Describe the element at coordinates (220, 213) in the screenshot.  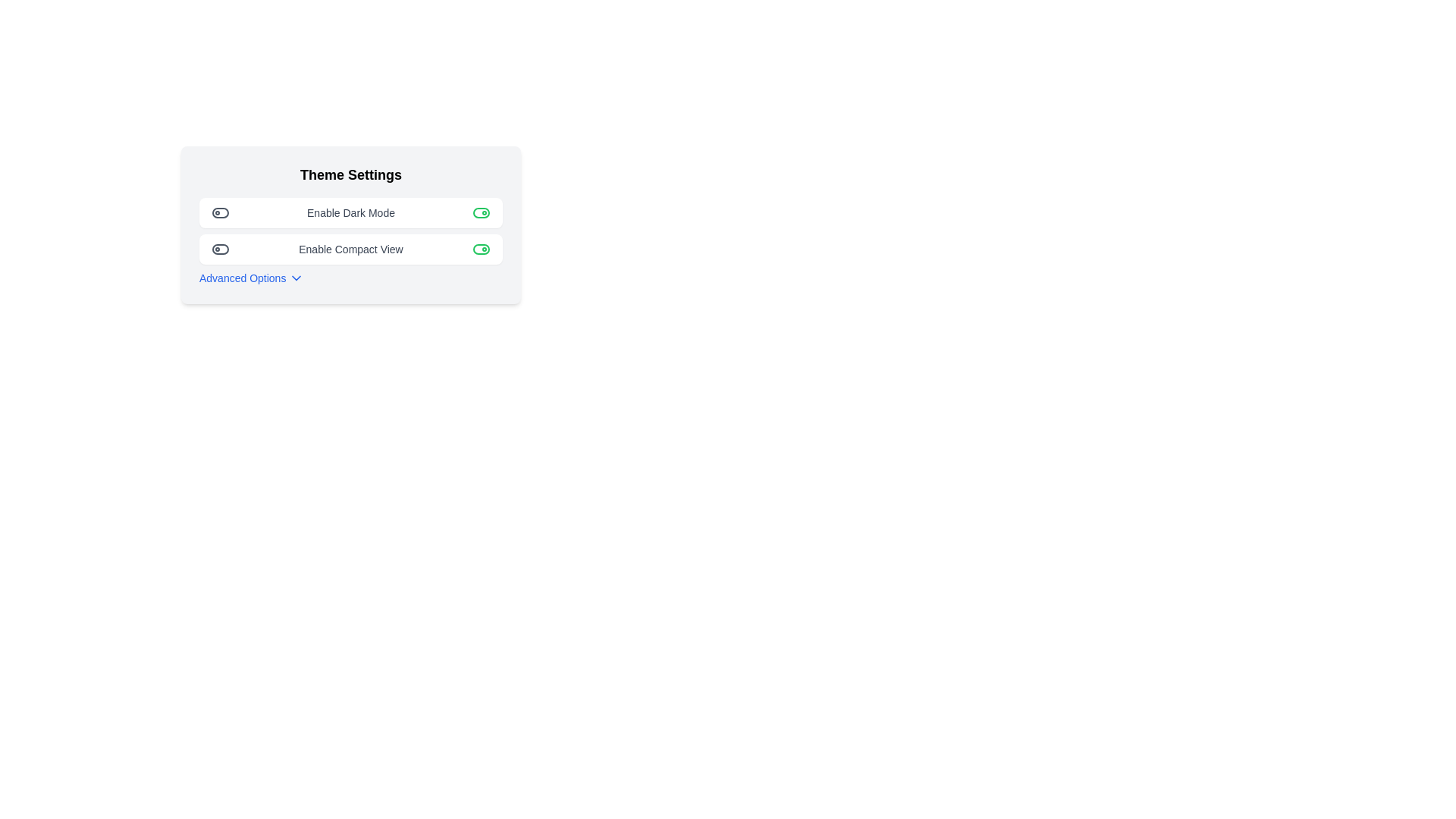
I see `the toggle knob of the 'Enable Dark Mode' switch located on the left side of the track` at that location.